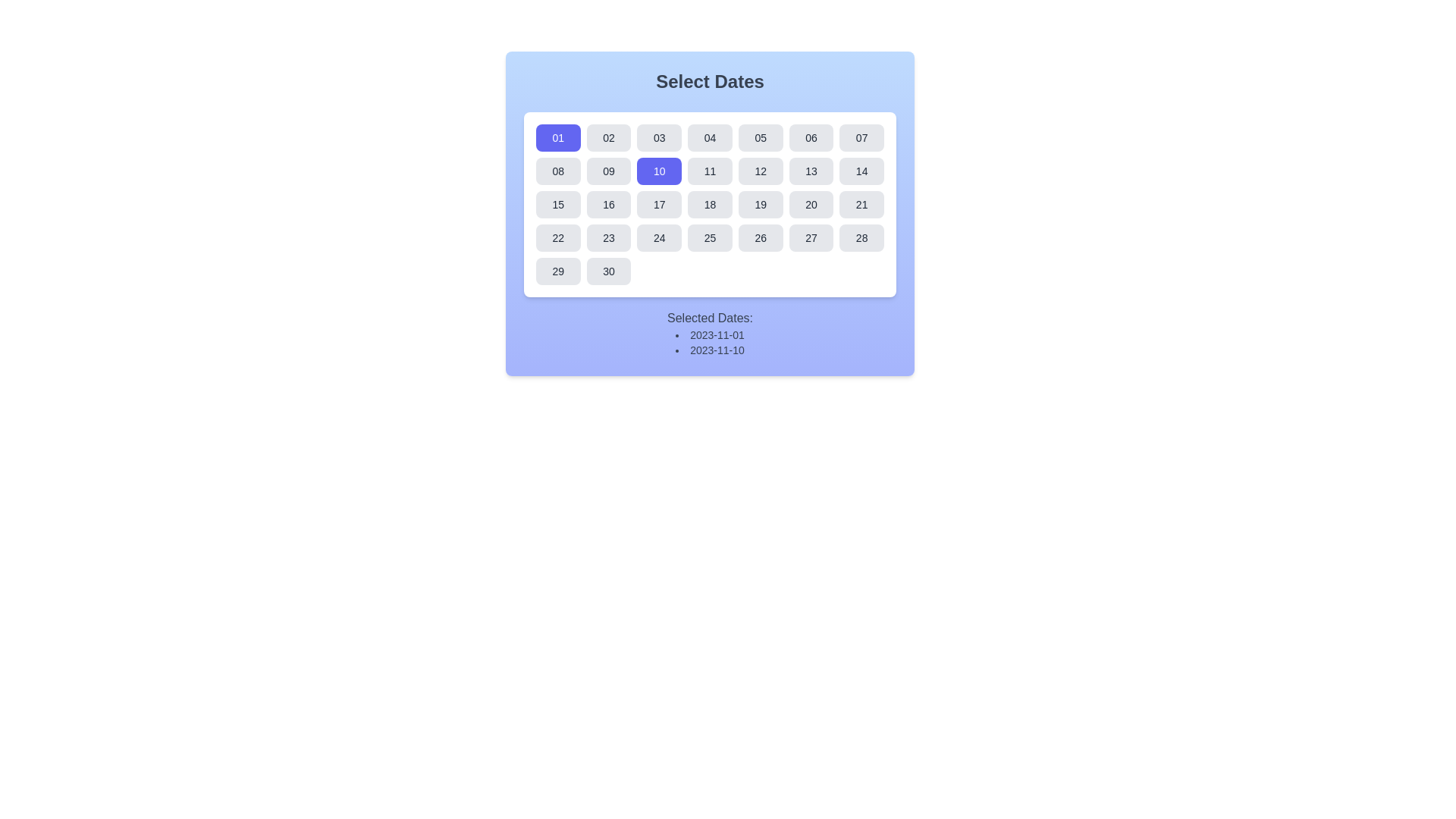 This screenshot has width=1456, height=819. I want to click on the date selection button for the date '29' located in the 'Select Dates' section, so click(557, 271).